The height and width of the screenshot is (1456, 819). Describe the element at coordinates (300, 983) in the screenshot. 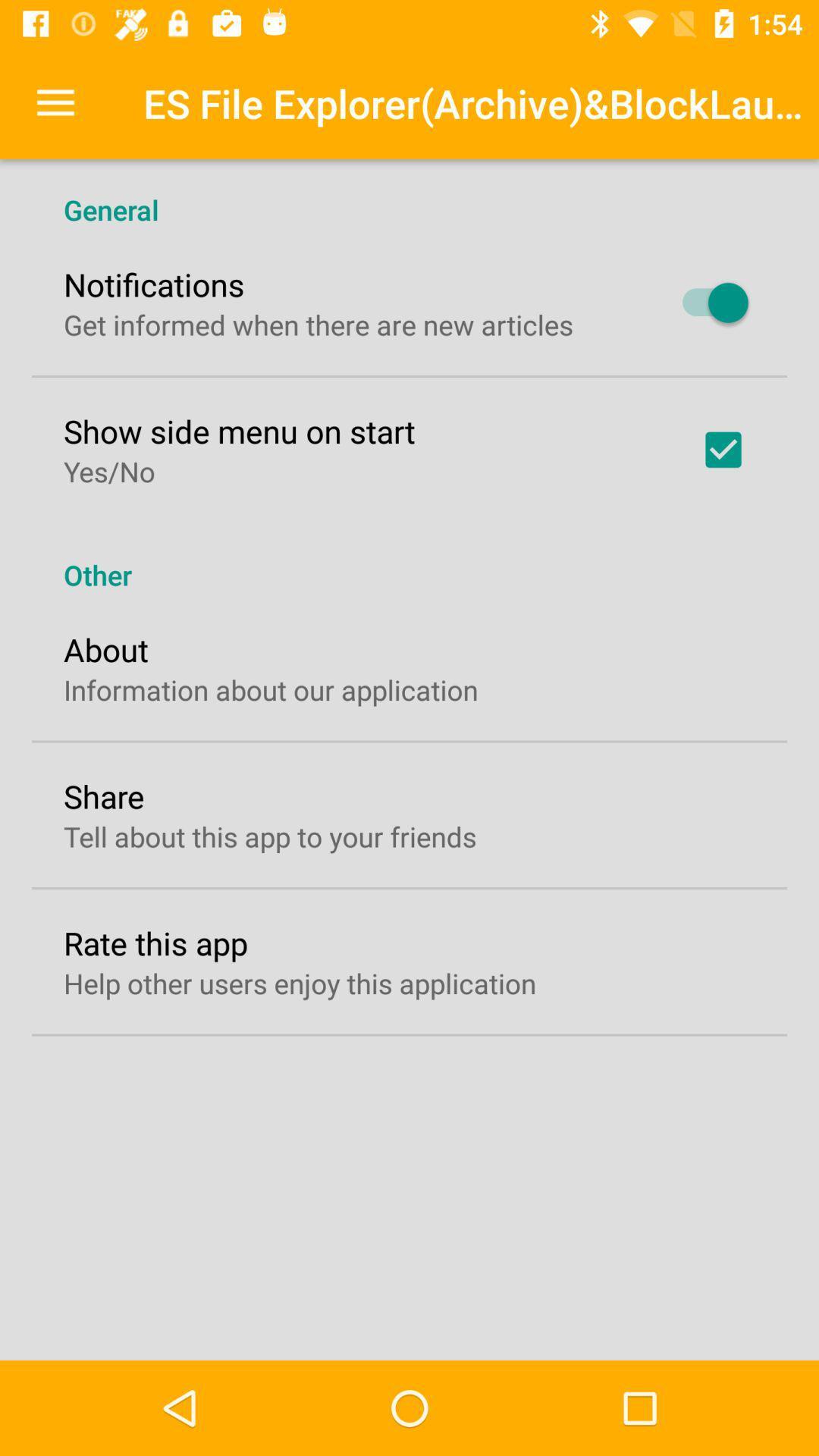

I see `the help other users item` at that location.